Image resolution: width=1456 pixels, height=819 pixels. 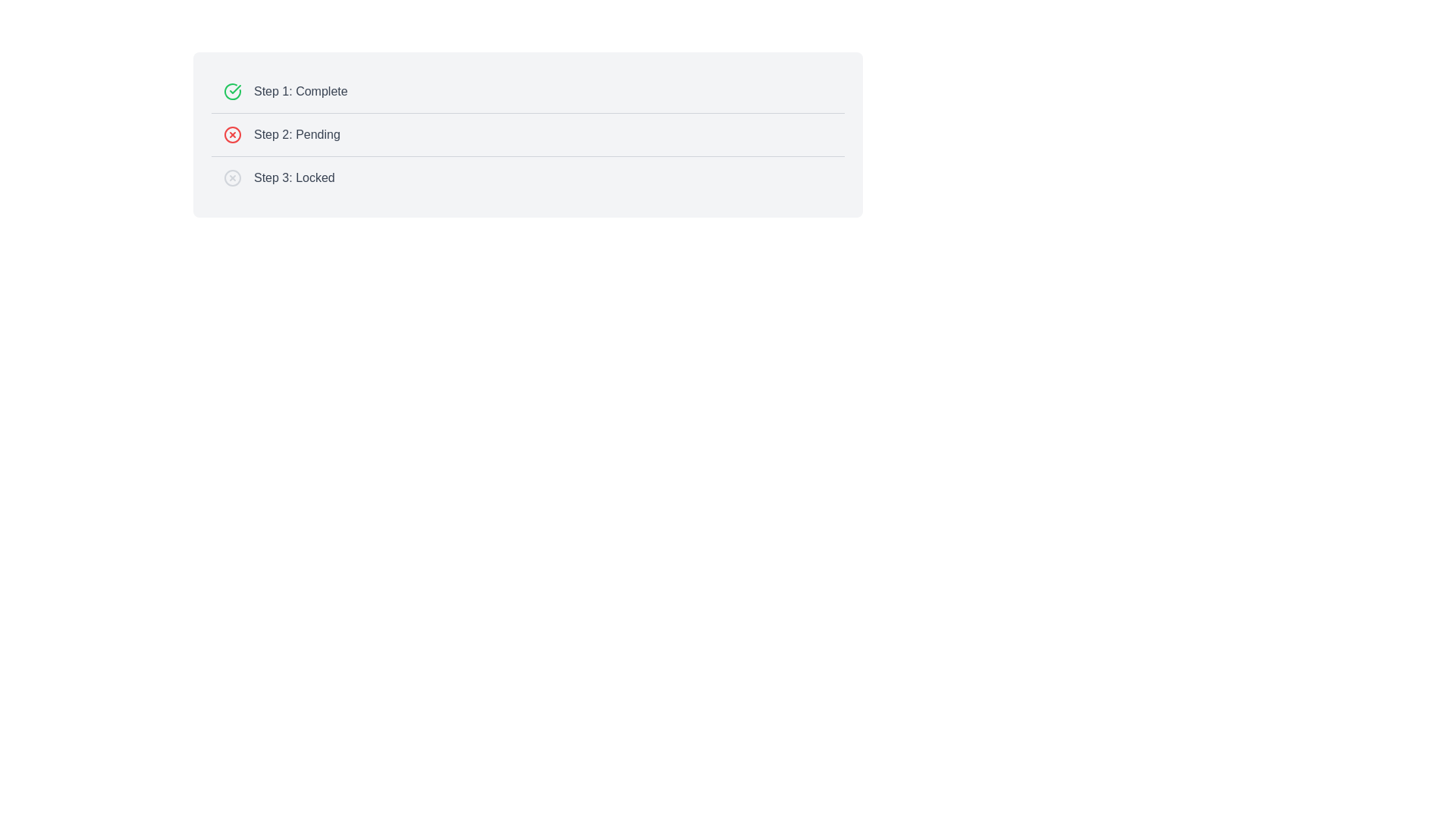 What do you see at coordinates (528, 112) in the screenshot?
I see `the second separator line that visually separates 'Step 1: Complete' and 'Step 2: Pending' in the user interface` at bounding box center [528, 112].